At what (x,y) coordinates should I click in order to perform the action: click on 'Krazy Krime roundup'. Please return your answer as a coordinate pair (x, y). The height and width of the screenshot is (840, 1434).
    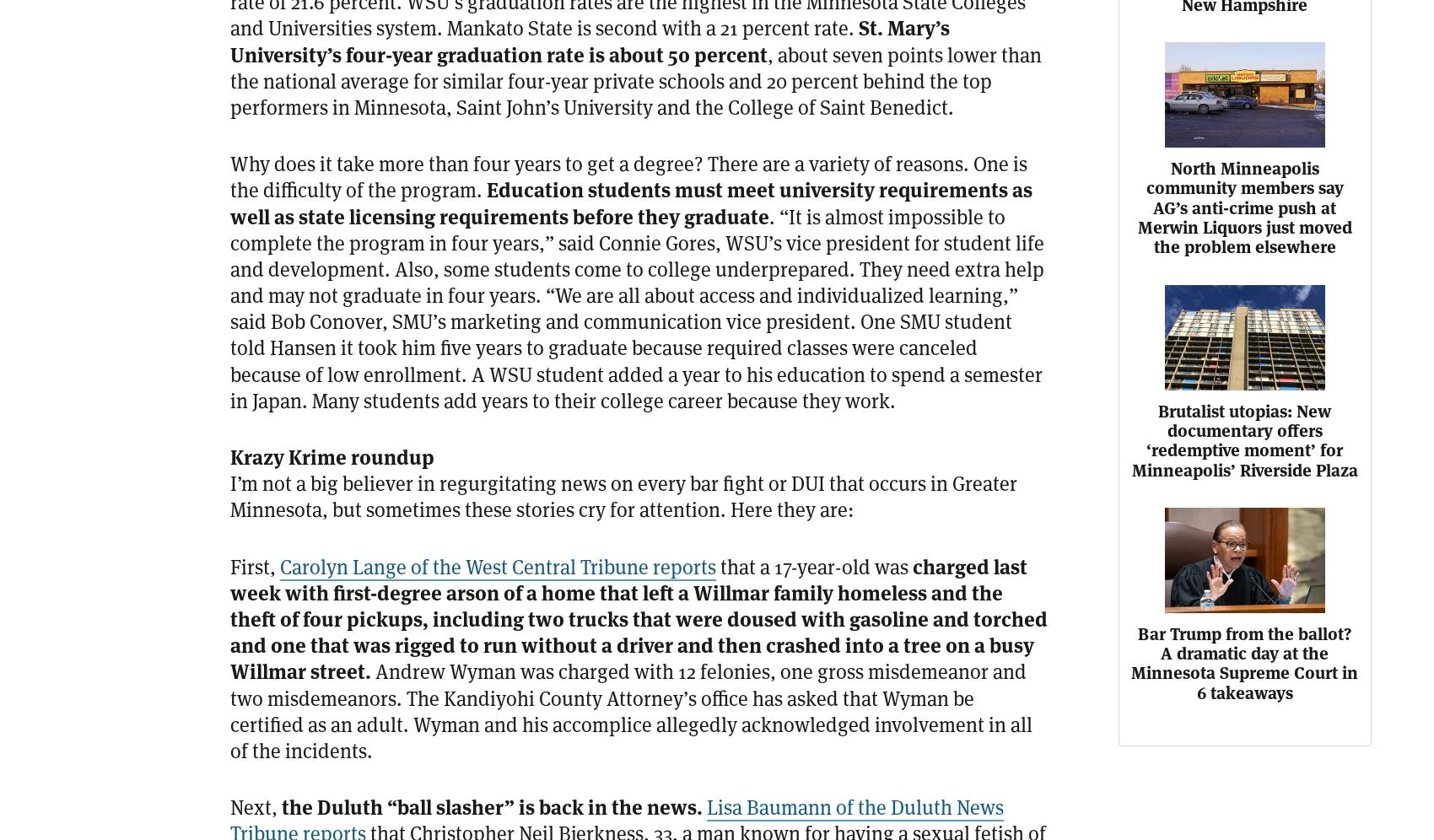
    Looking at the image, I should click on (332, 456).